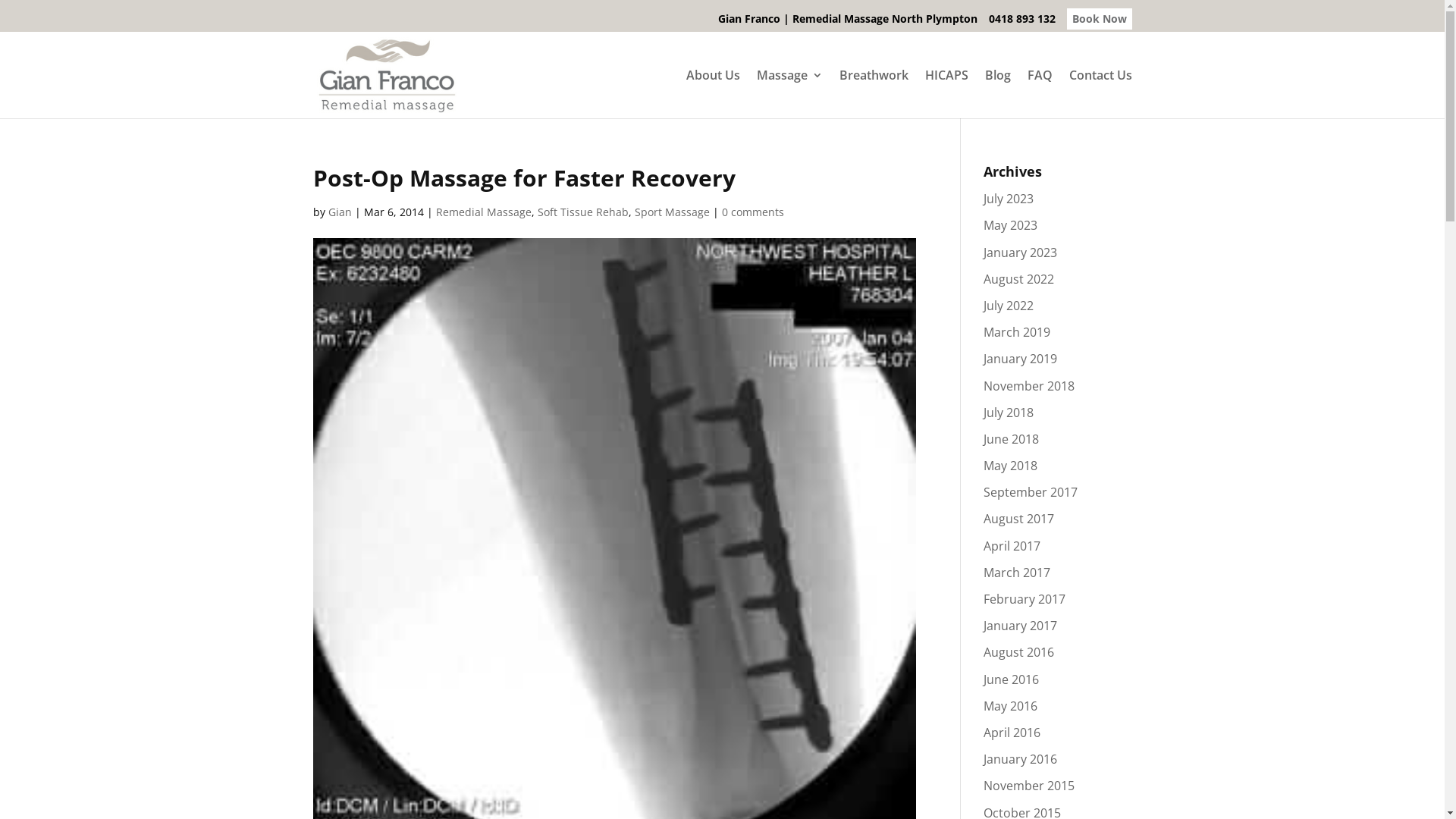 This screenshot has width=1456, height=819. What do you see at coordinates (753, 212) in the screenshot?
I see `'0 comments'` at bounding box center [753, 212].